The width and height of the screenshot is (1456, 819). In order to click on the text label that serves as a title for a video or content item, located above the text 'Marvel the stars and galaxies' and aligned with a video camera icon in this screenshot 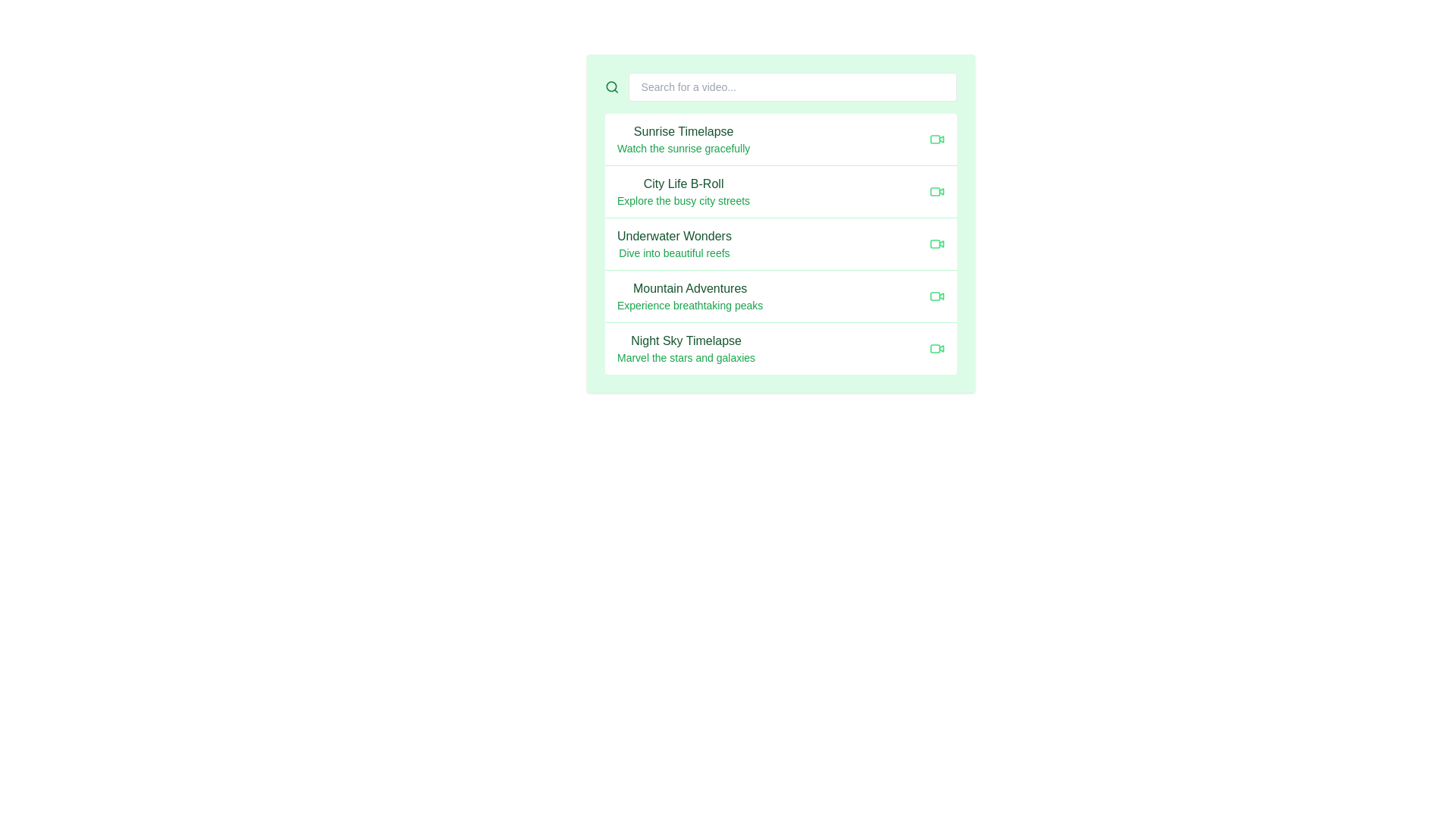, I will do `click(686, 341)`.